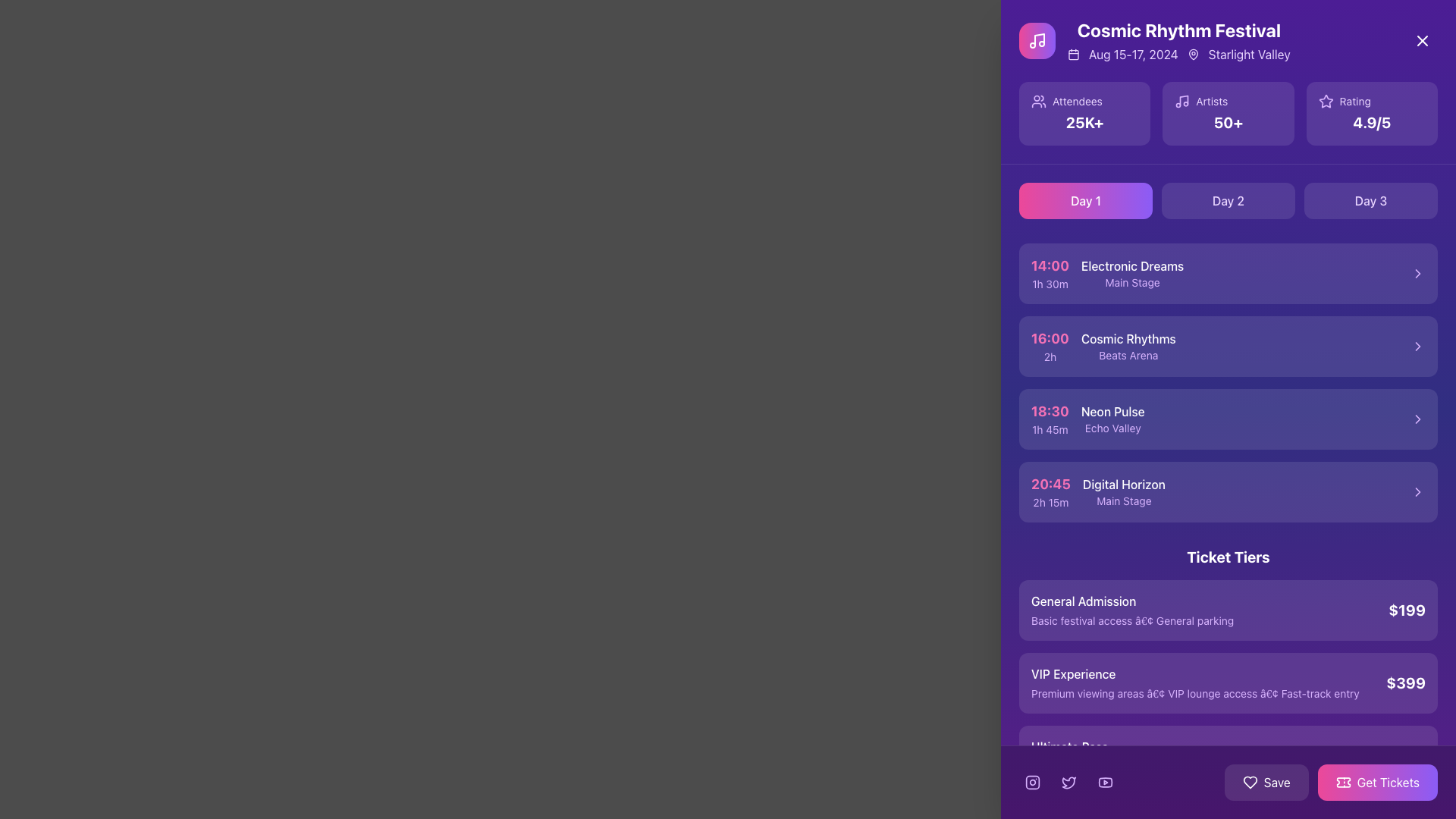 The height and width of the screenshot is (819, 1456). I want to click on the text label reading 'Beats Arena', which is styled in a small, purple-colored font and located below 'Cosmic Rhythms' in the 16:00 event section of the schedule, so click(1128, 356).